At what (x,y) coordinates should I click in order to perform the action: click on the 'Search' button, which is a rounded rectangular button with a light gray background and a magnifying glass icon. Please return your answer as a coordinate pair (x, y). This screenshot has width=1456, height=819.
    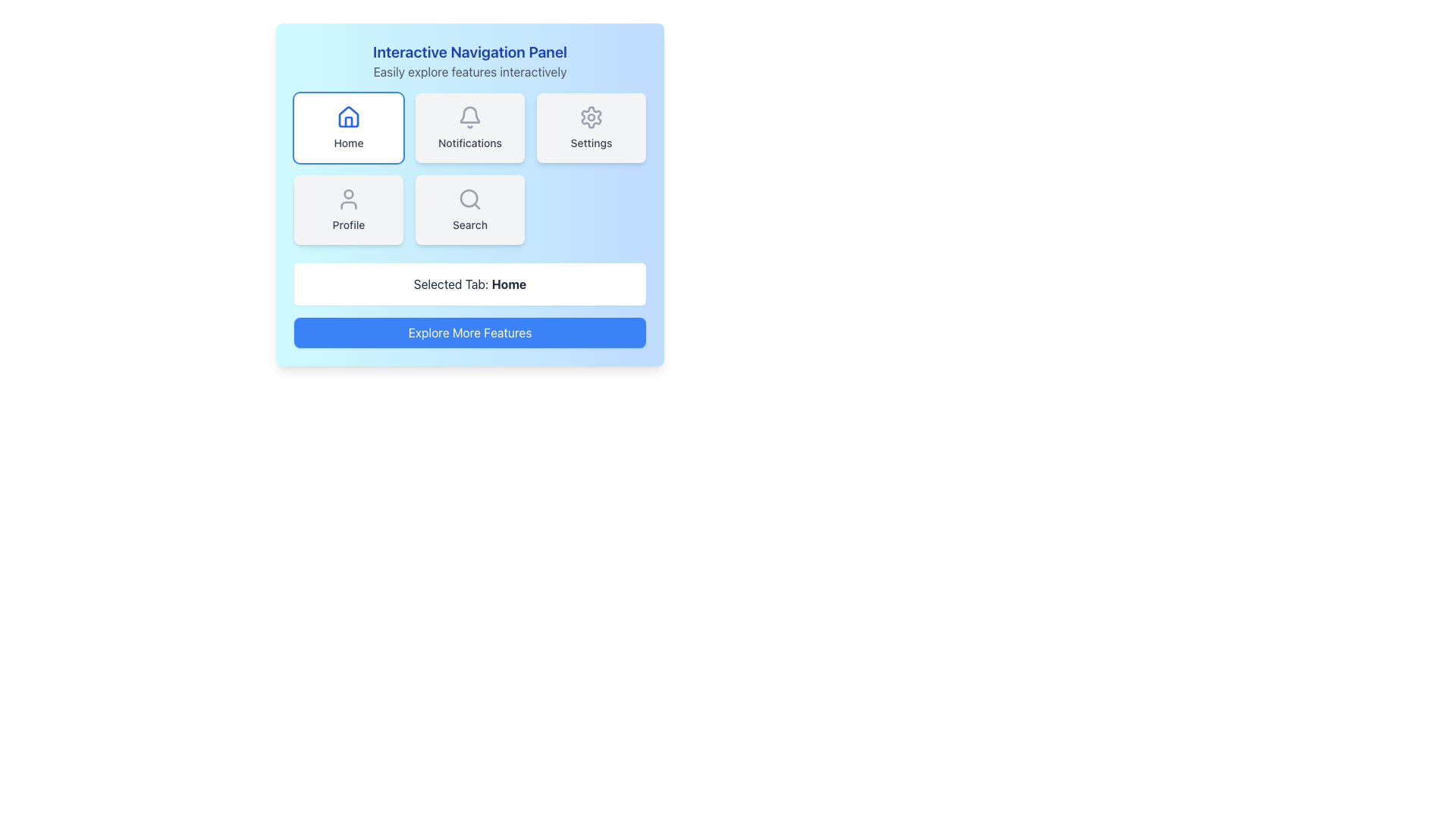
    Looking at the image, I should click on (469, 210).